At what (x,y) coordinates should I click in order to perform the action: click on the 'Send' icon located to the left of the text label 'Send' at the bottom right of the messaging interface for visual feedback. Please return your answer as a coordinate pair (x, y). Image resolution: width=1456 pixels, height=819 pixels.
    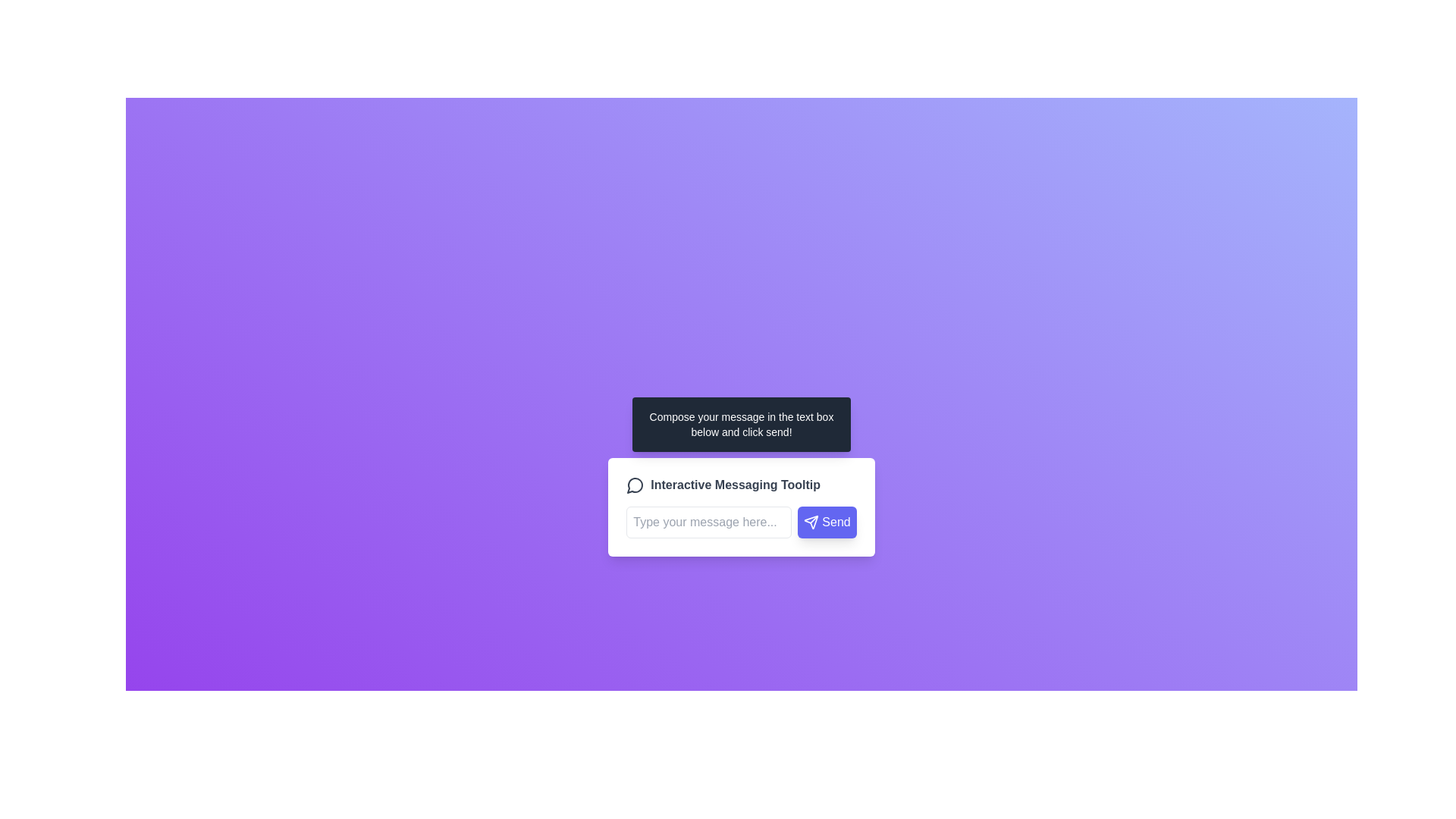
    Looking at the image, I should click on (811, 522).